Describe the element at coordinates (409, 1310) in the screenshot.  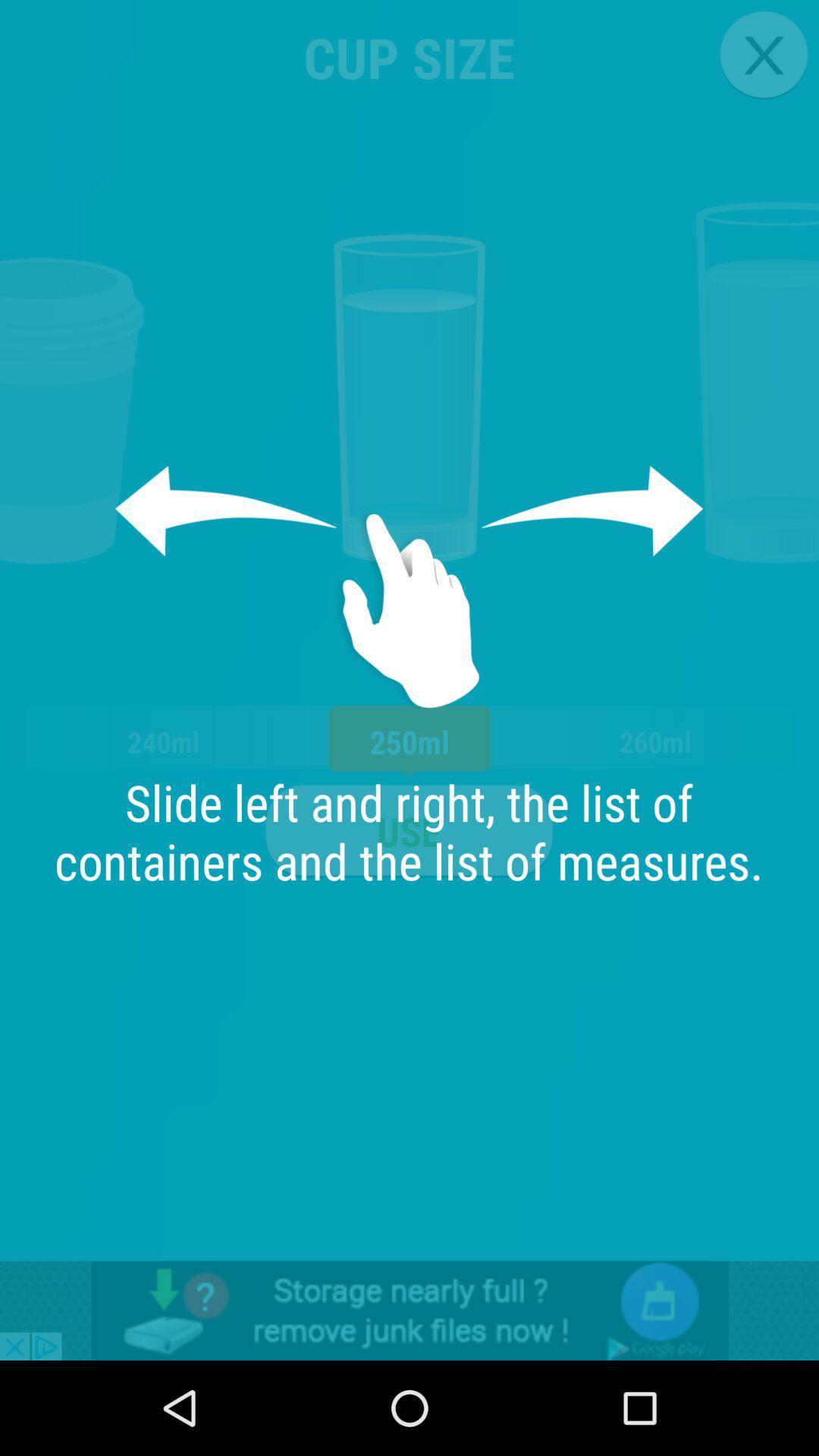
I see `advertisement` at that location.